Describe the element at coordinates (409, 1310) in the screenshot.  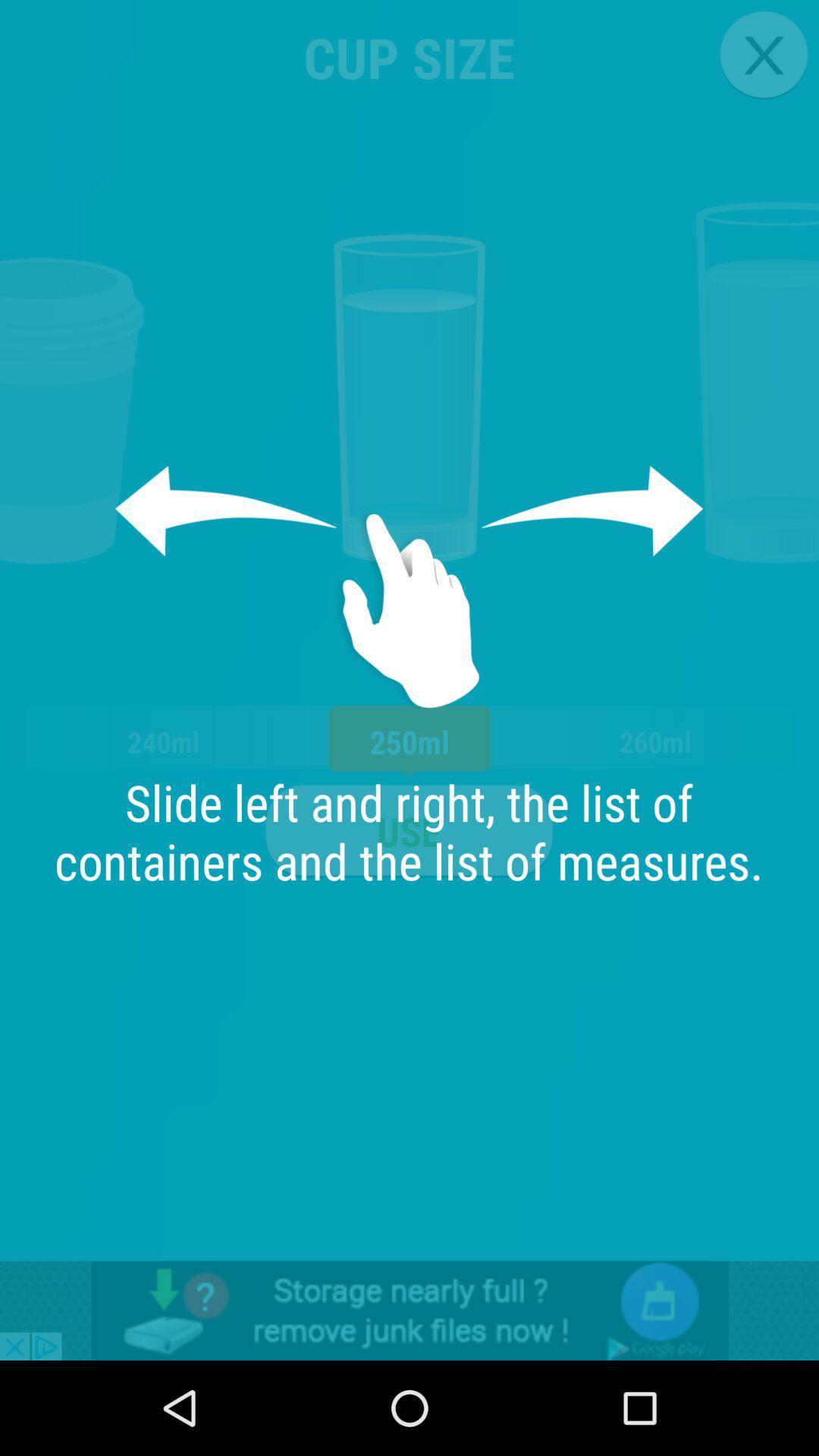
I see `advertisement` at that location.